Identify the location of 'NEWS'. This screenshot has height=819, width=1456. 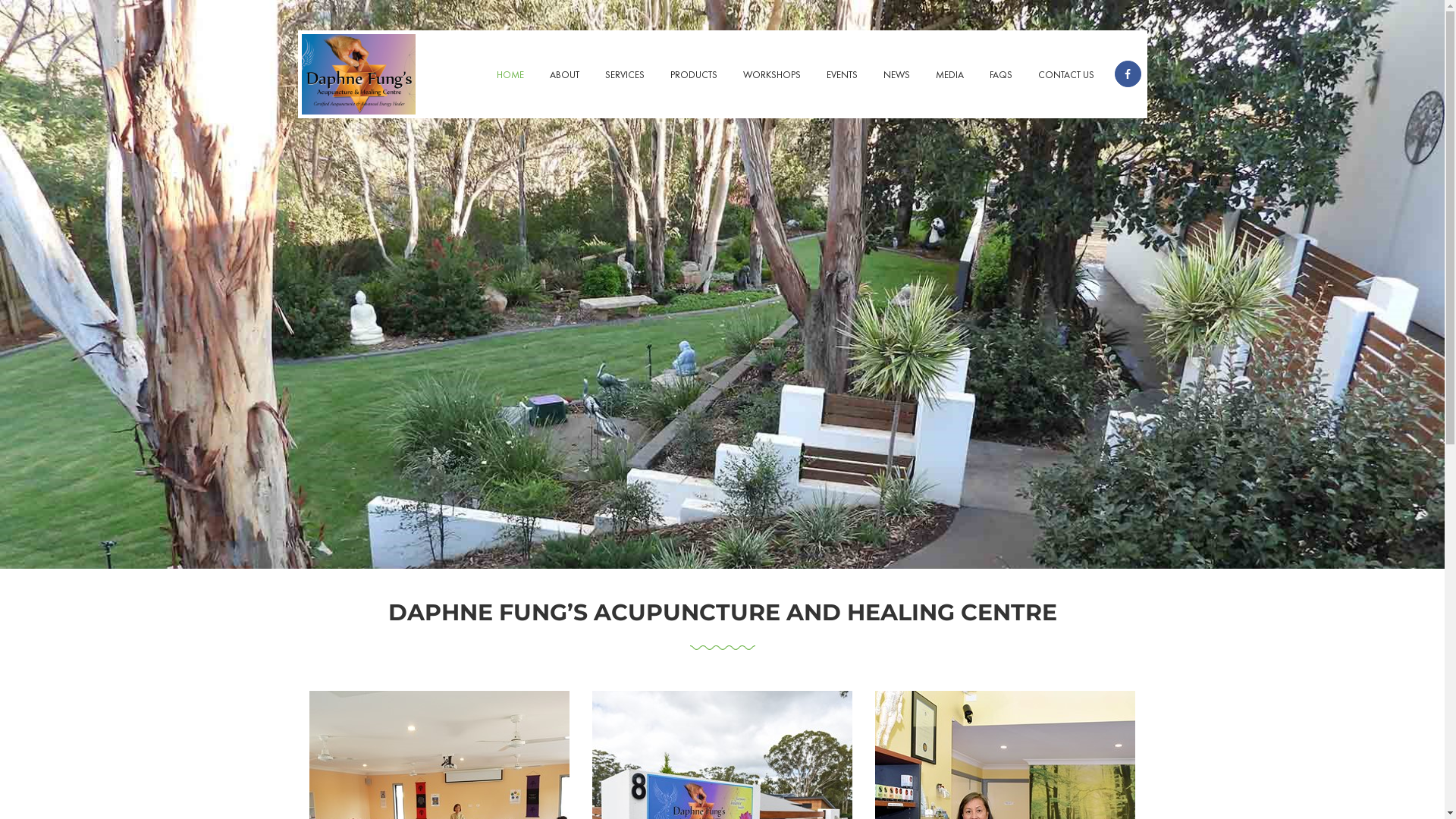
(896, 76).